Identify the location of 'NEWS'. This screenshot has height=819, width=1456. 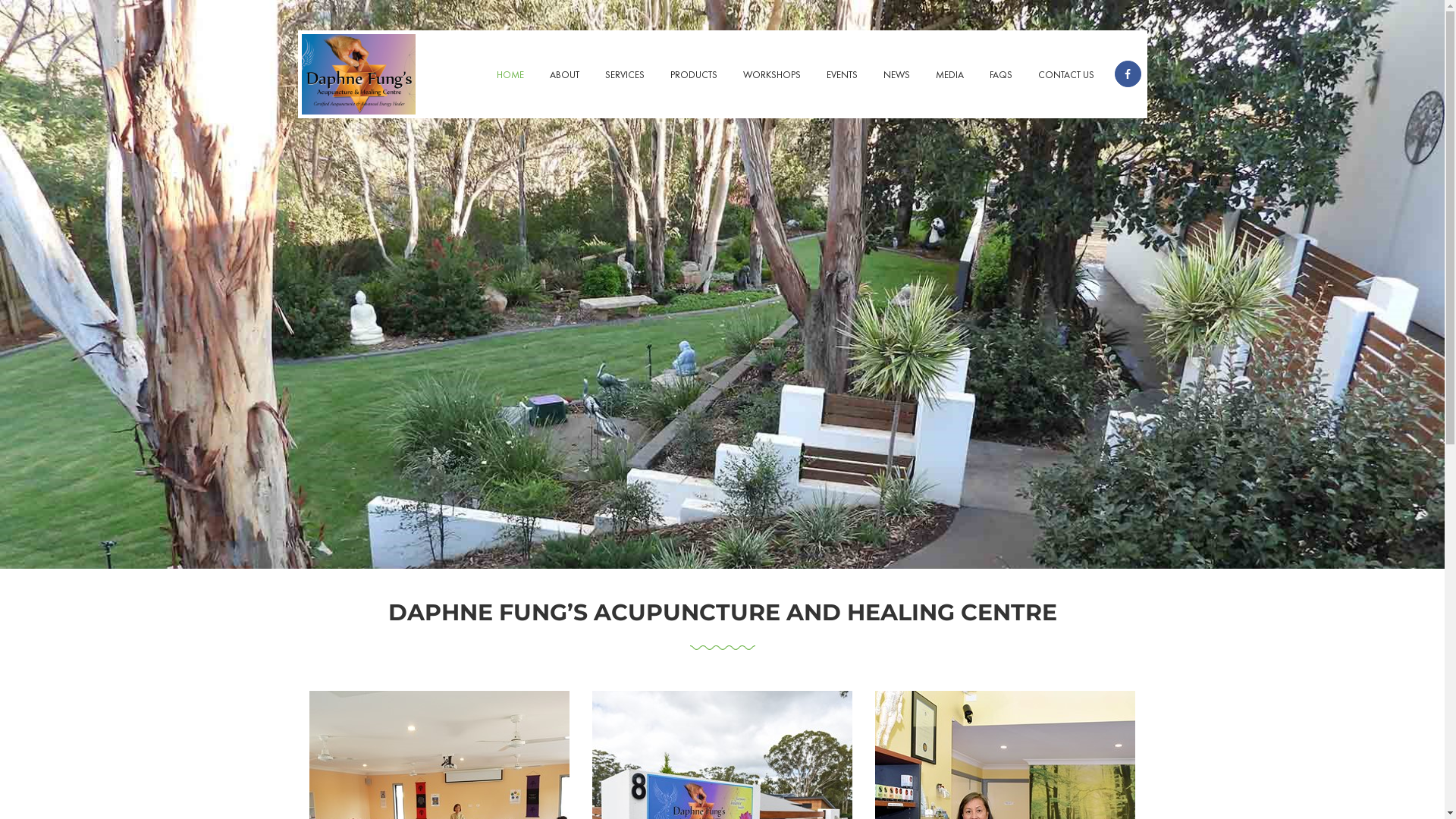
(896, 76).